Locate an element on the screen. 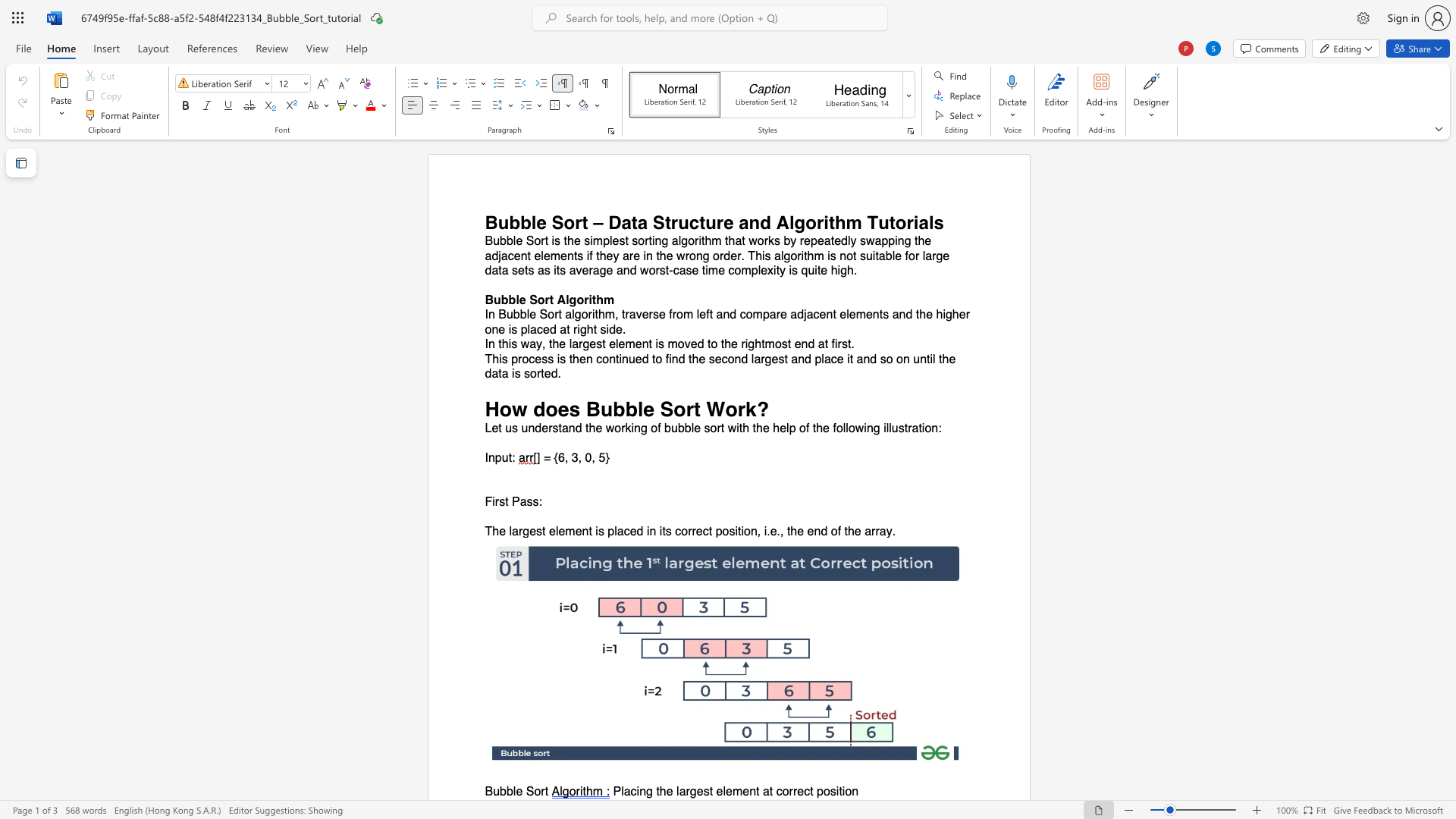  the space between the continuous character "r" and "t" in the text is located at coordinates (544, 791).